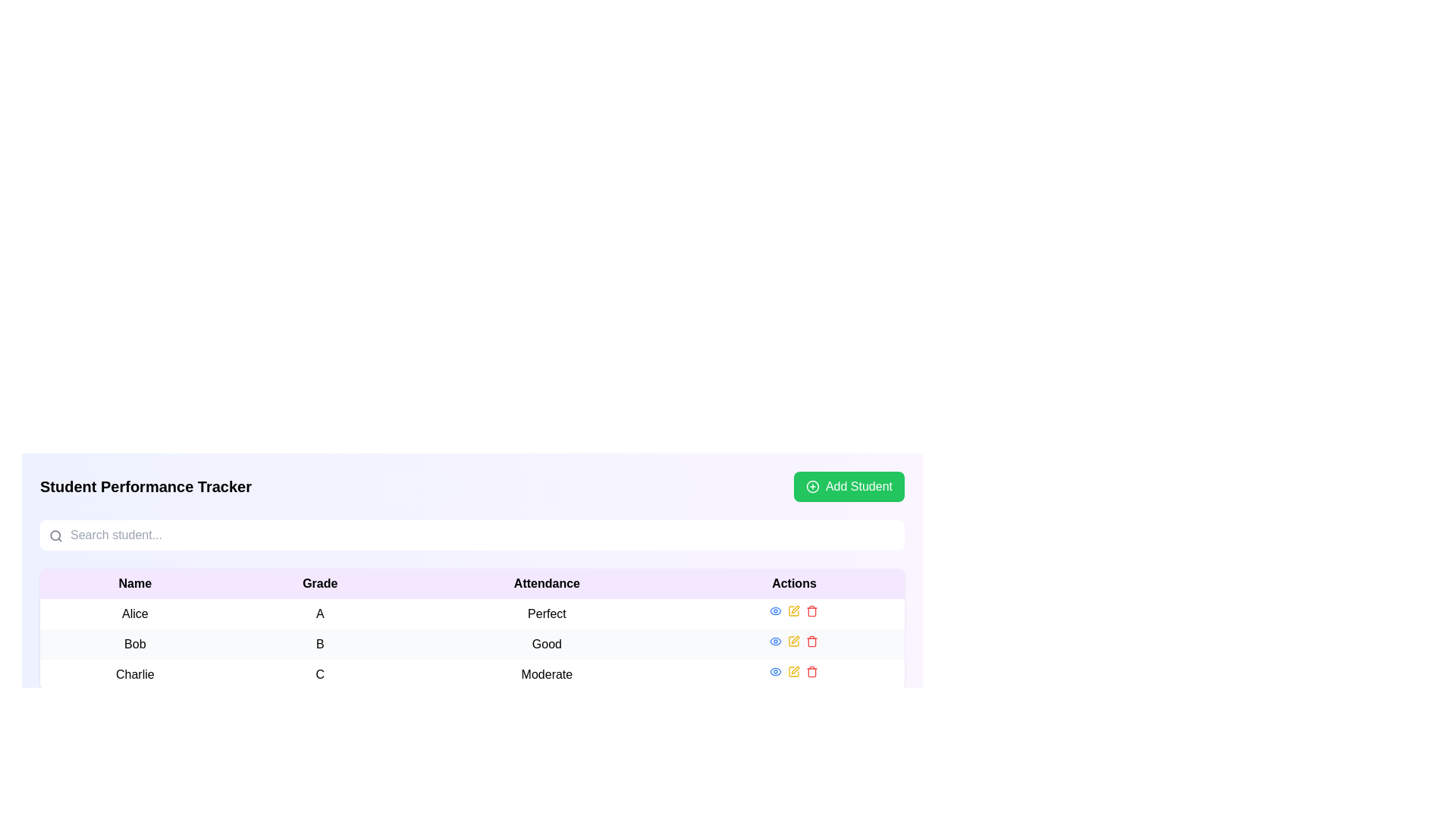  I want to click on the icon button located in the last row of the 'Actions' column of the table to initiate editing actions, so click(793, 671).